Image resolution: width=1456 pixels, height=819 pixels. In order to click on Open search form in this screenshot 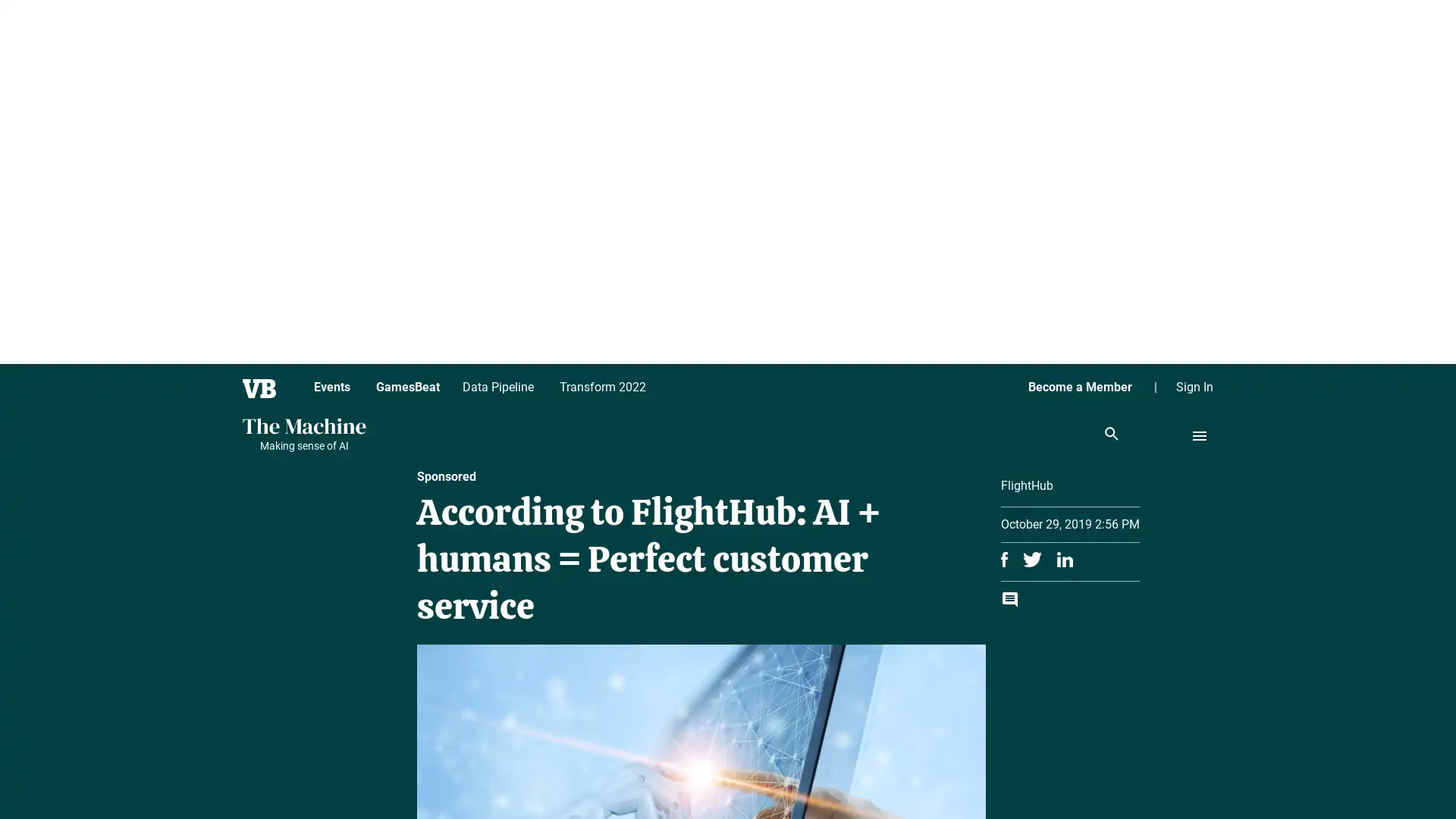, I will do `click(1111, 435)`.